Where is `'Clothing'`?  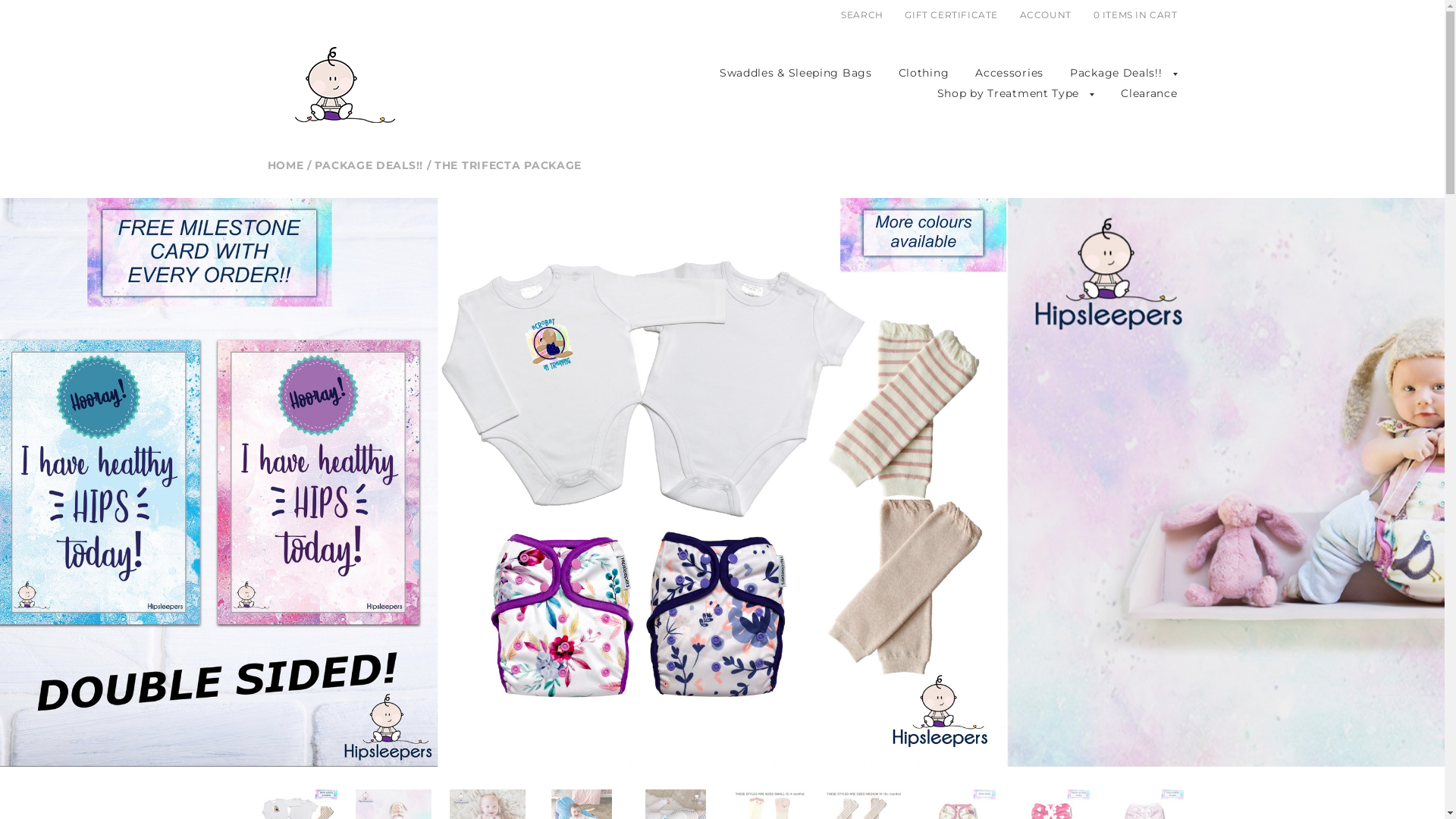 'Clothing' is located at coordinates (923, 73).